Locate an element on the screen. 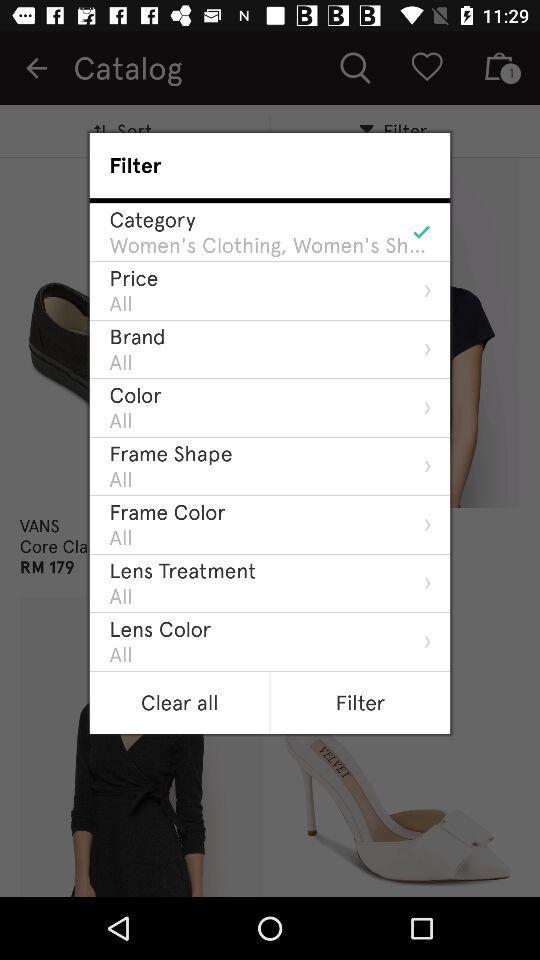 This screenshot has height=960, width=540. the item below the category is located at coordinates (270, 244).